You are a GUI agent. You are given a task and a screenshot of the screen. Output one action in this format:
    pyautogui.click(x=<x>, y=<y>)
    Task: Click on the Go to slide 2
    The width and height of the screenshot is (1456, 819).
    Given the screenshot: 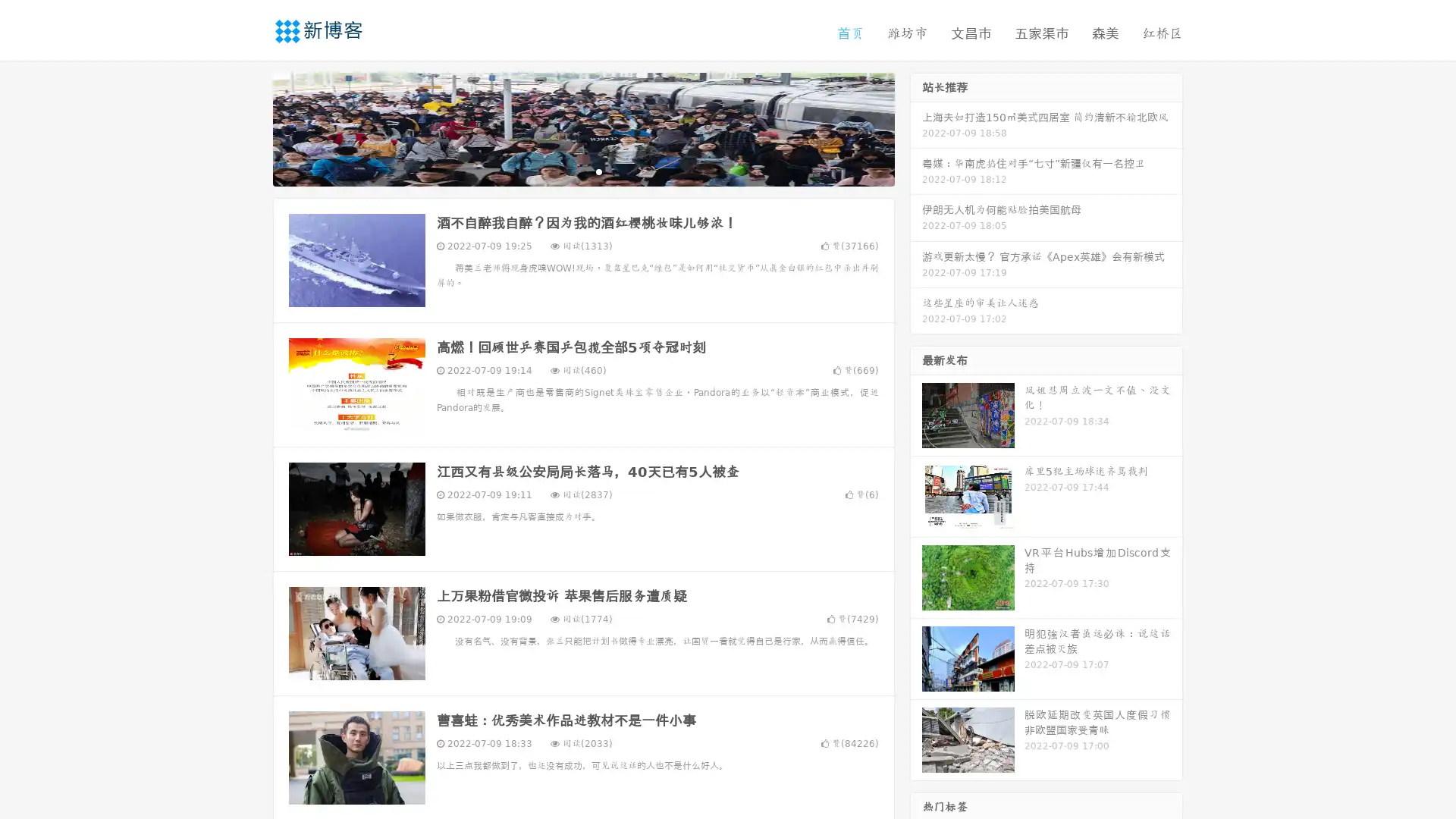 What is the action you would take?
    pyautogui.click(x=582, y=171)
    